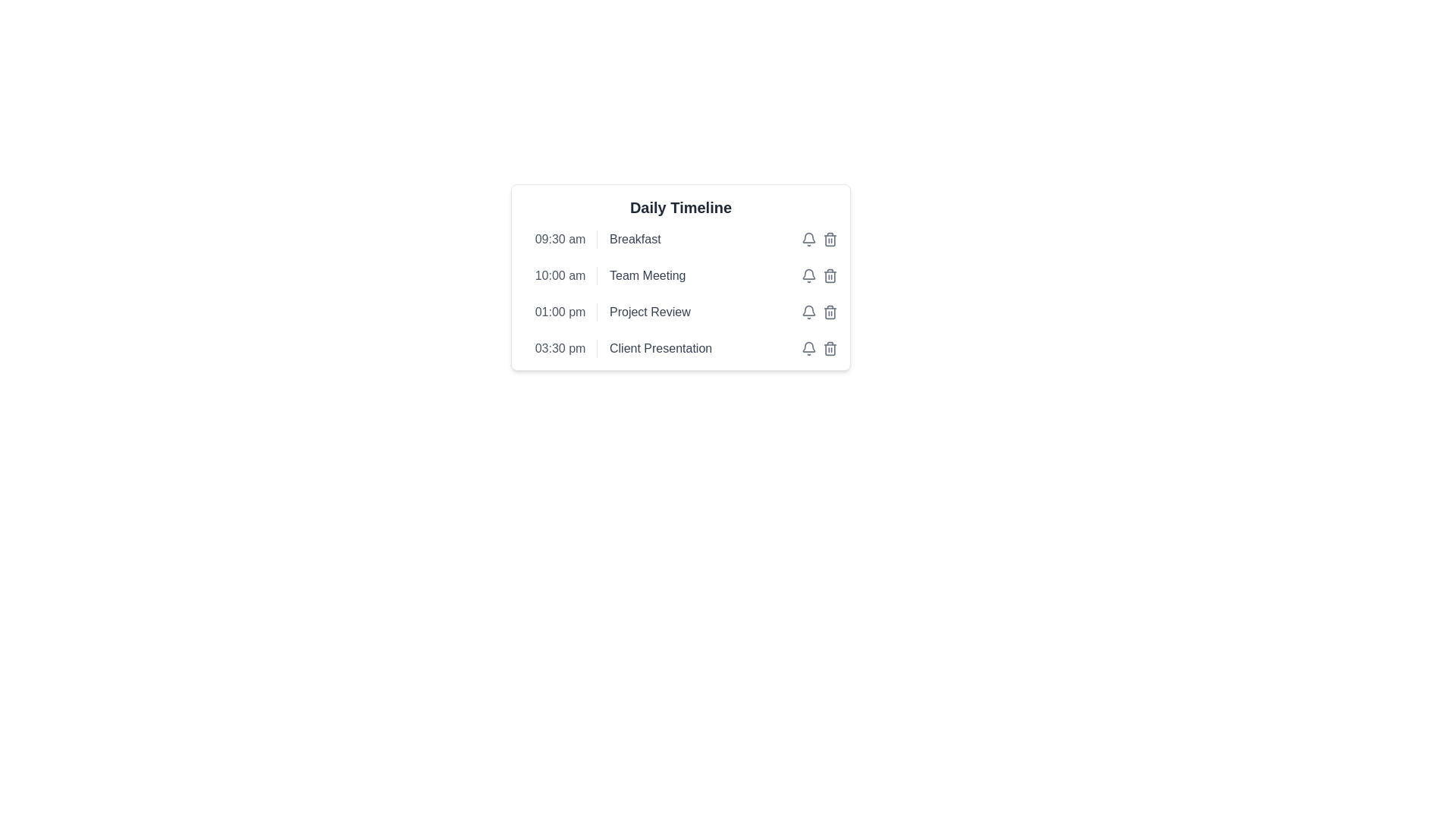 The image size is (1456, 819). What do you see at coordinates (829, 312) in the screenshot?
I see `the trash bin vector graphic representing the delete function for the '01:00 pm Project Review' timeline entry` at bounding box center [829, 312].